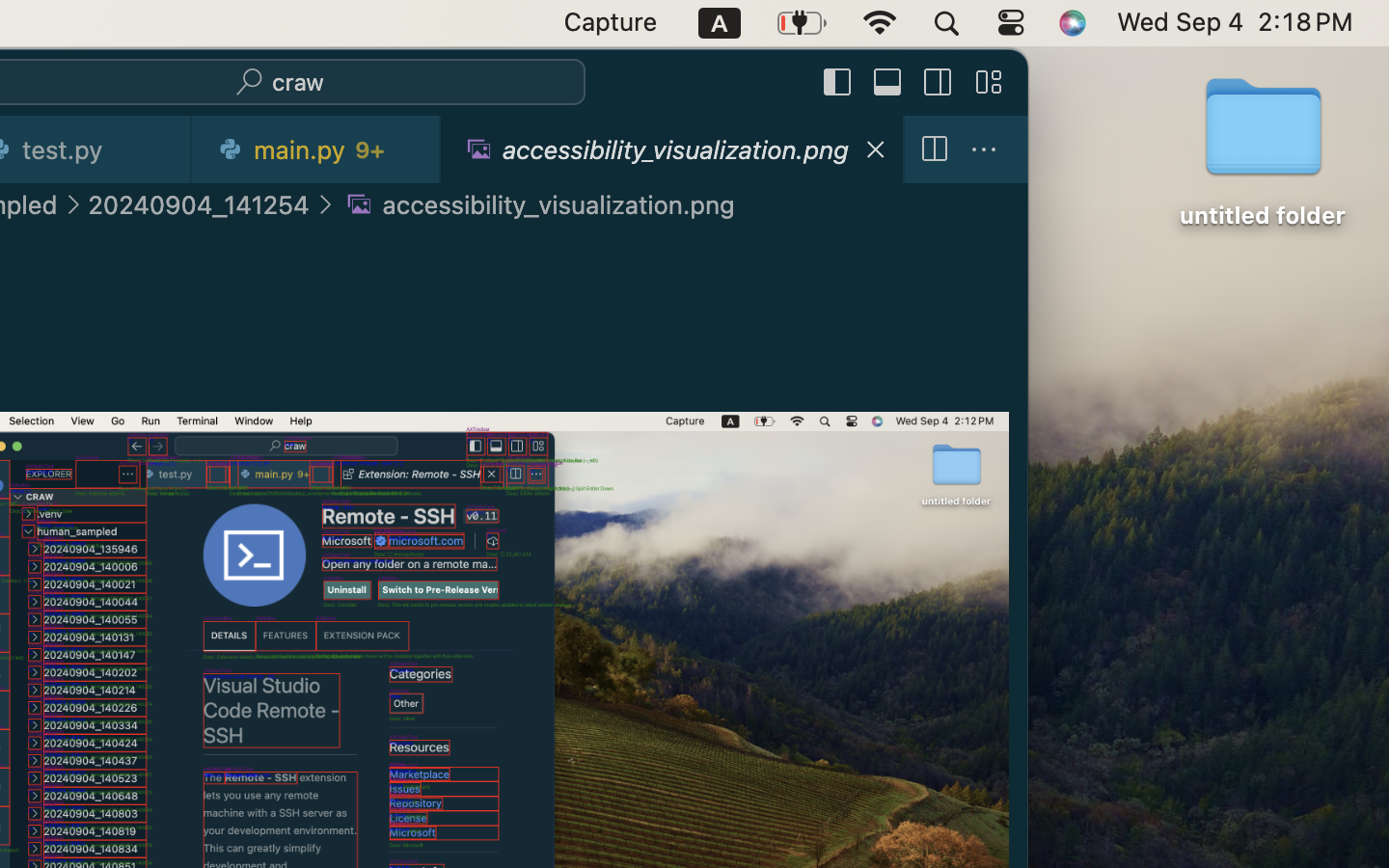 This screenshot has height=868, width=1389. Describe the element at coordinates (888, 82) in the screenshot. I see `''` at that location.